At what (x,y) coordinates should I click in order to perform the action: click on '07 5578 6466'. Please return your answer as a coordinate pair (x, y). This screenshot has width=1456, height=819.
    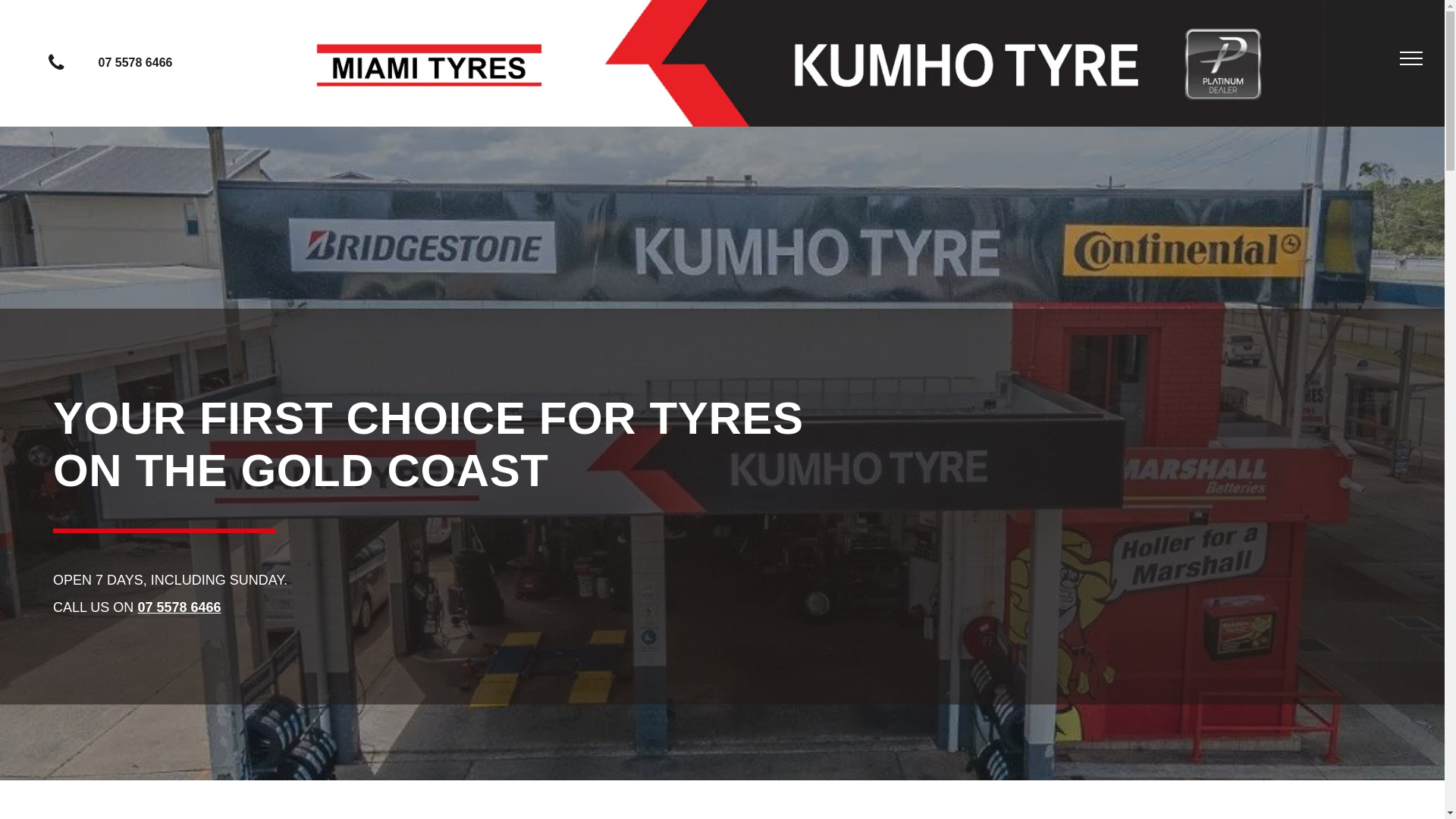
    Looking at the image, I should click on (119, 62).